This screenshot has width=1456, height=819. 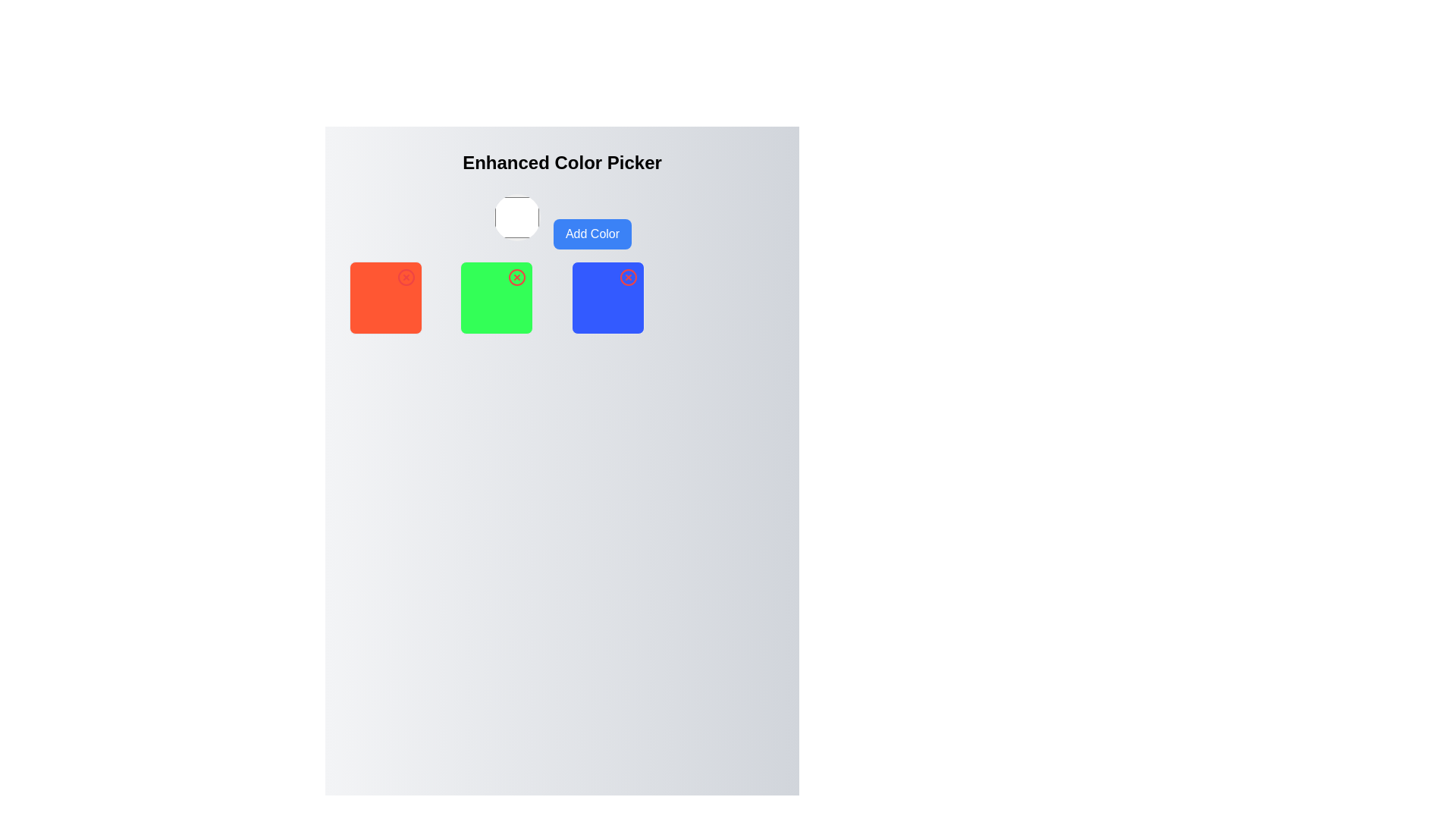 What do you see at coordinates (591, 234) in the screenshot?
I see `the rounded rectangular button with a blue background and white text that reads 'Add Color' to trigger its hover effects` at bounding box center [591, 234].